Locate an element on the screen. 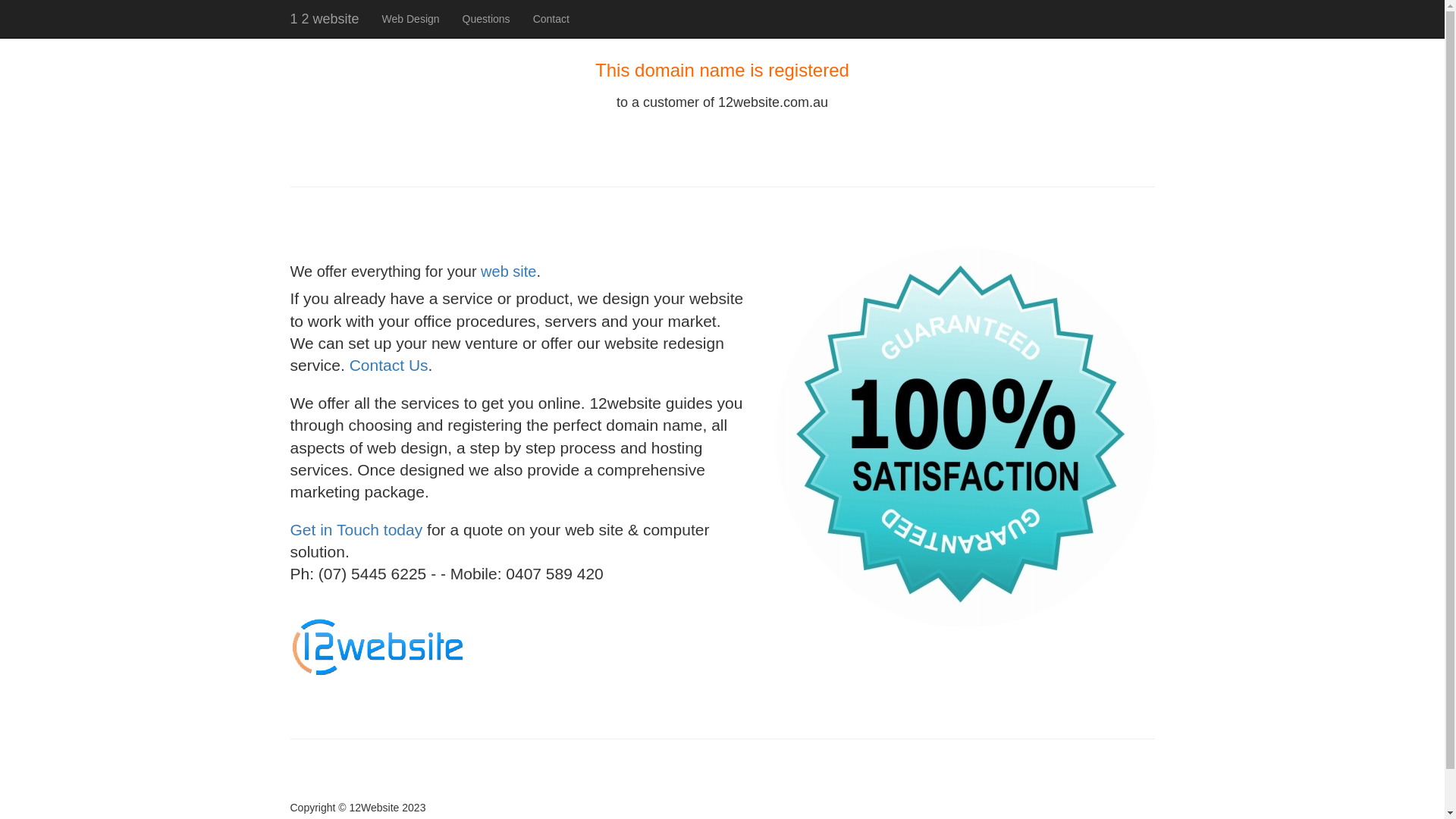 The width and height of the screenshot is (1456, 819). '1 2 website' is located at coordinates (279, 18).